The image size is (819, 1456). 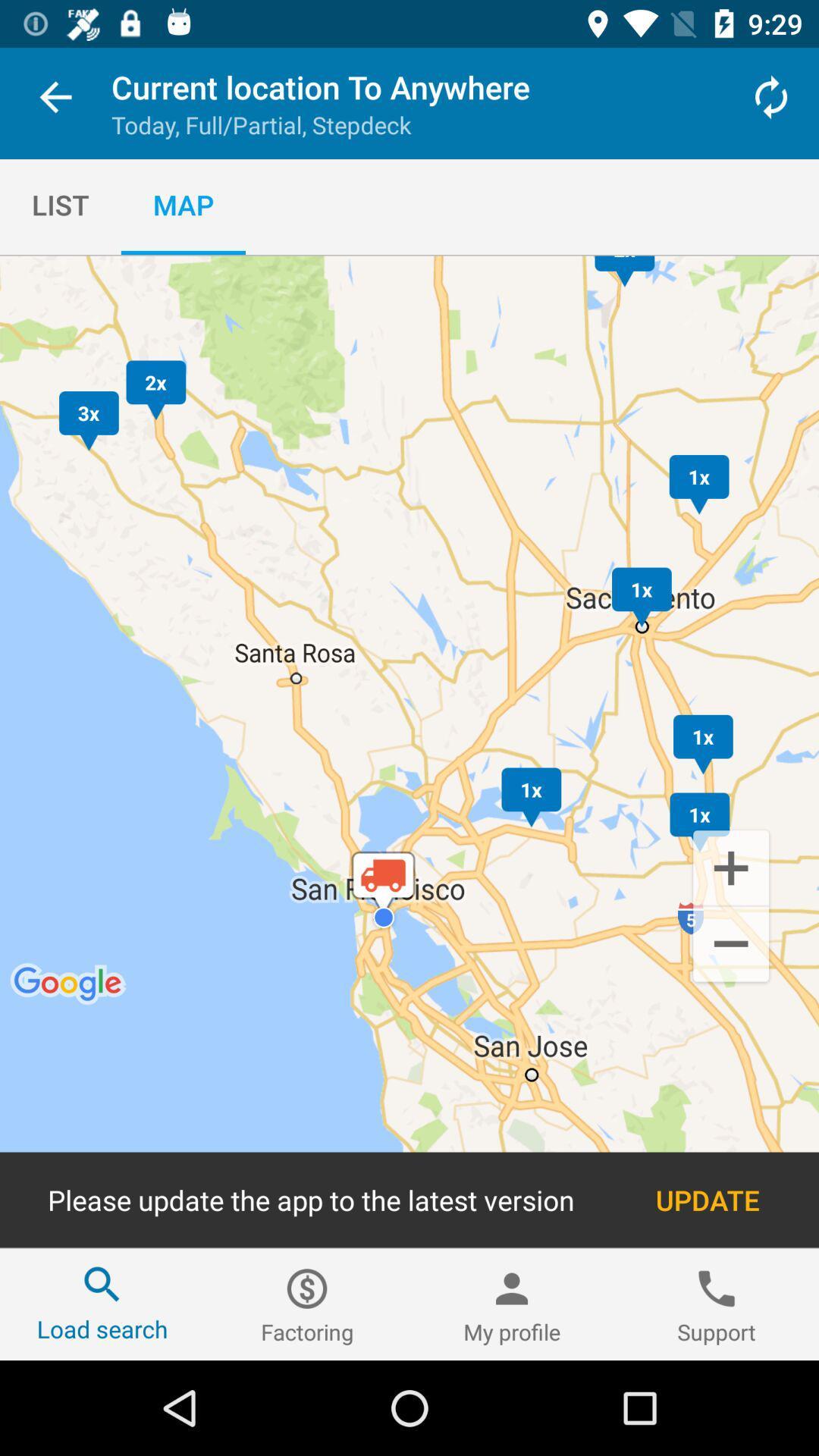 I want to click on item to the left of the map item, so click(x=59, y=204).